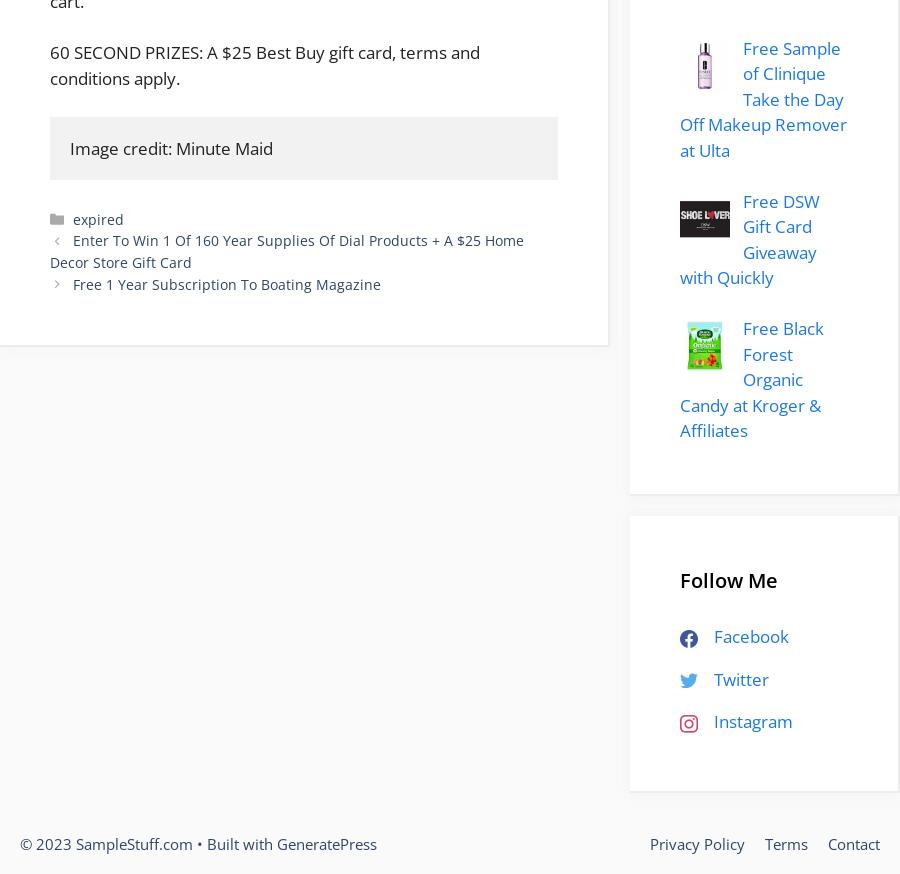  I want to click on 'Free Sample of Clinique Take the Day Off Makeup Remover at Ulta', so click(762, 98).